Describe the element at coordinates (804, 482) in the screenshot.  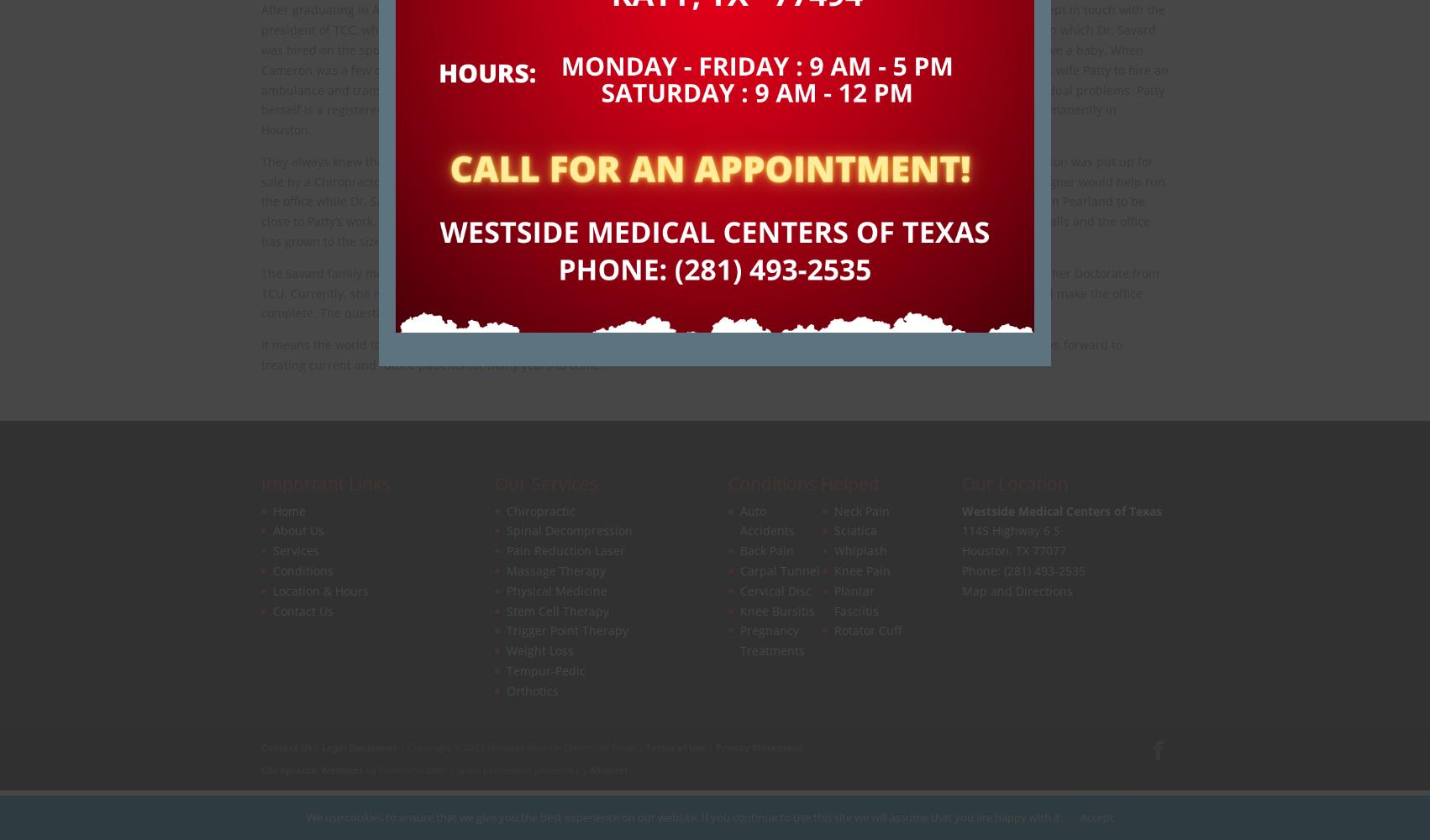
I see `'Conditions Helped'` at that location.